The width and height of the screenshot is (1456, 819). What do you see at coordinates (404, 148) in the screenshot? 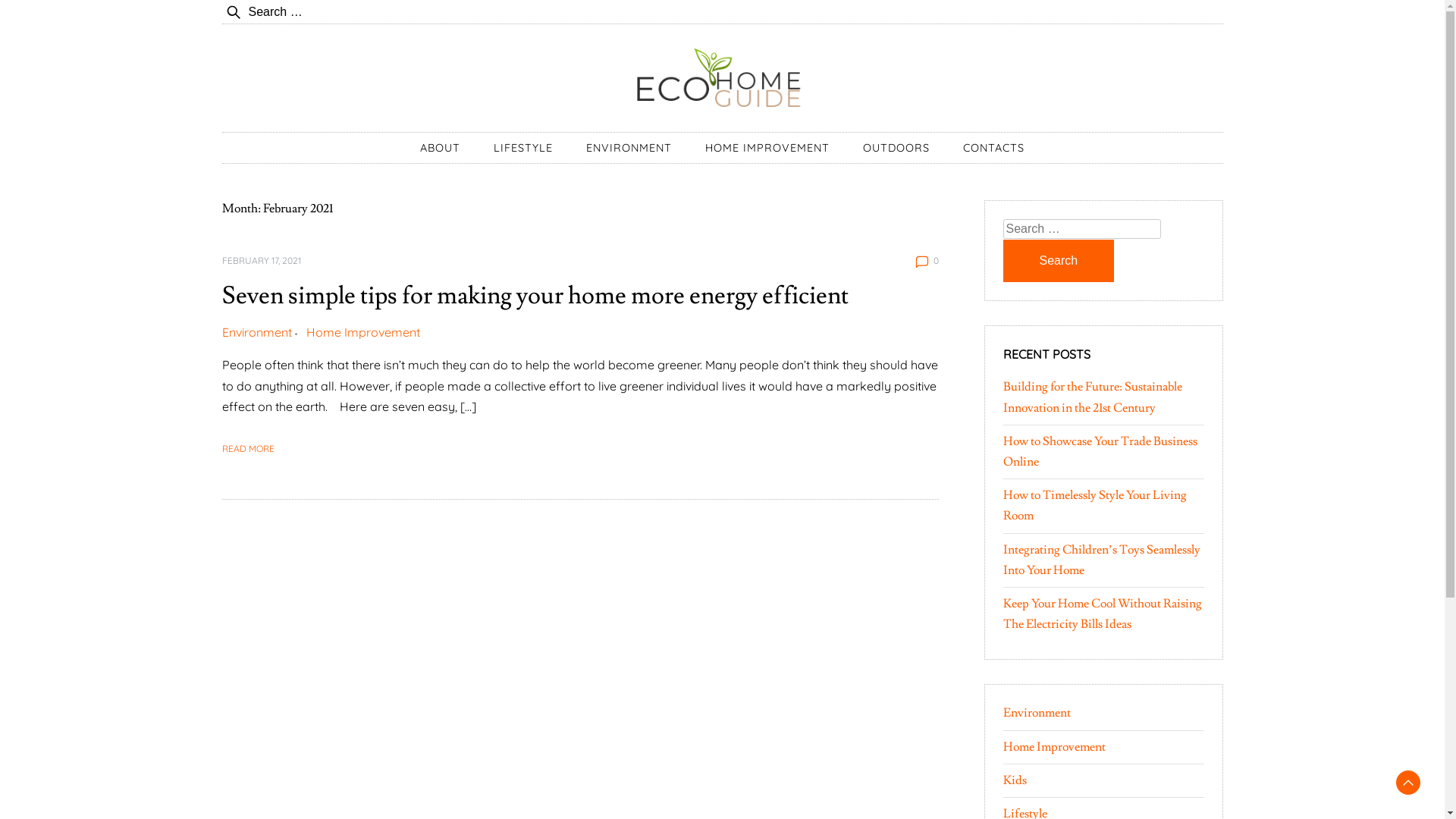
I see `'ABOUT'` at bounding box center [404, 148].